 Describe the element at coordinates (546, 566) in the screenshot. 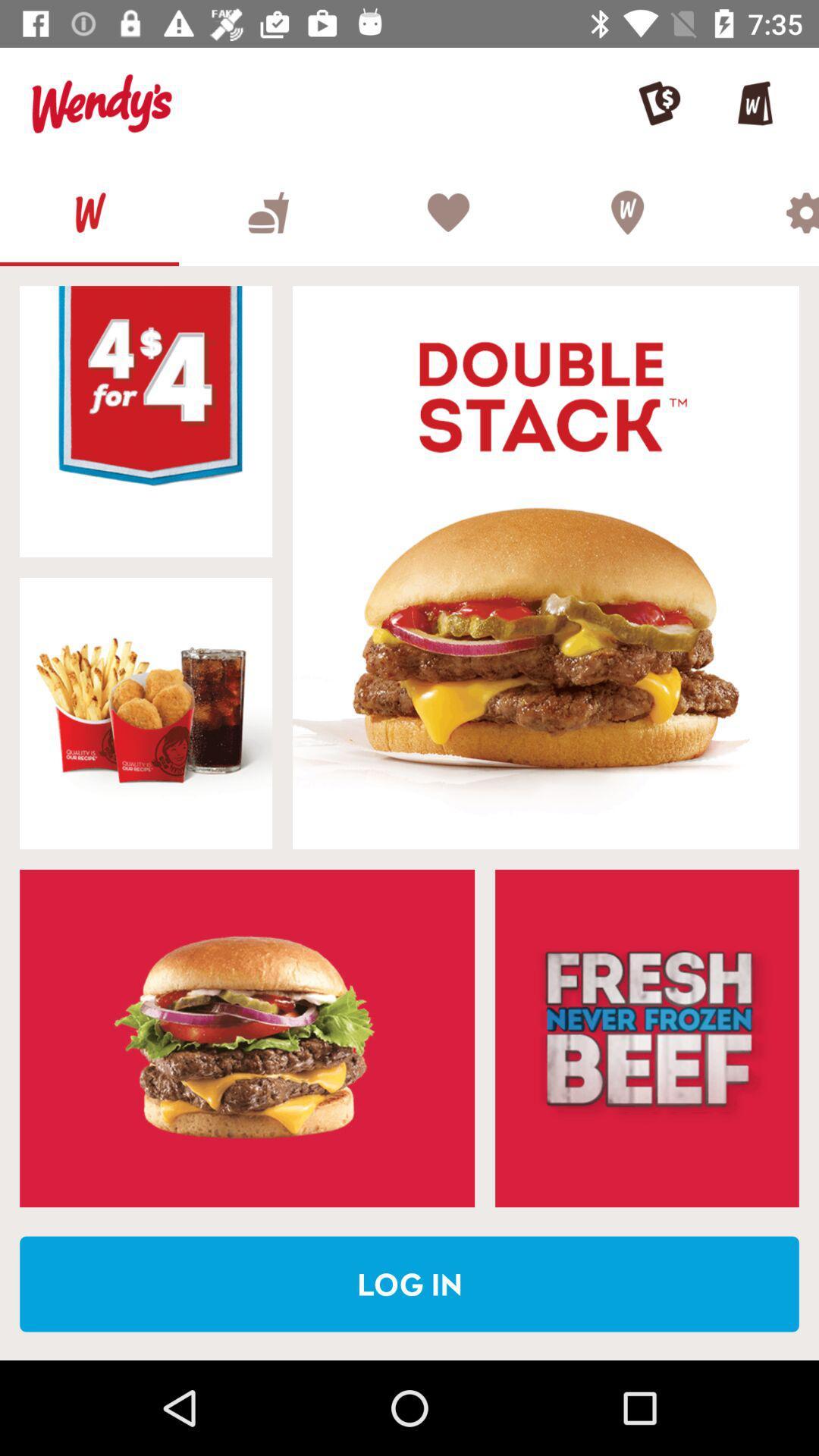

I see `choice double stack meal` at that location.